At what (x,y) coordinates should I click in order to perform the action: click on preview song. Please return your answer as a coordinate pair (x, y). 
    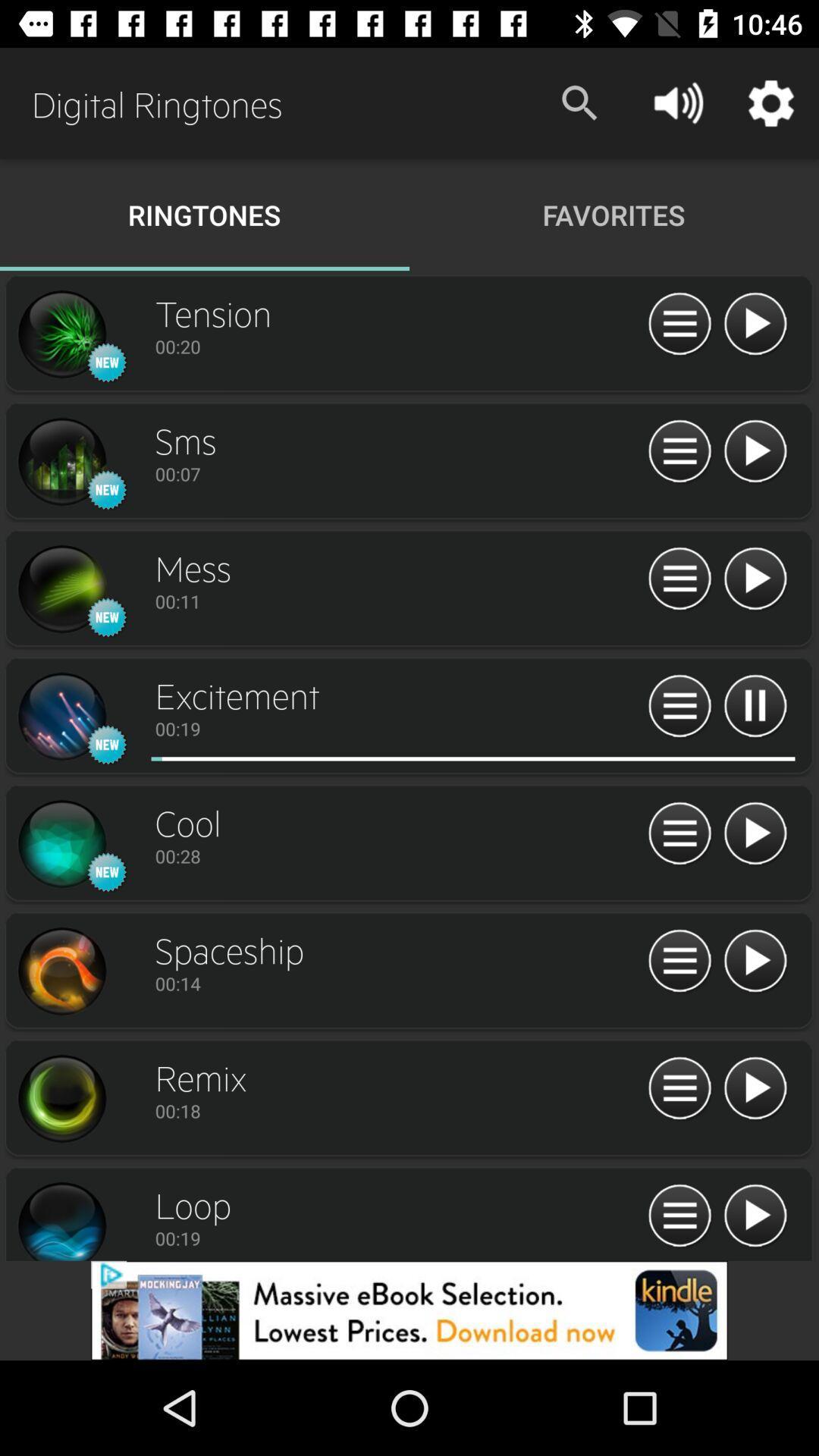
    Looking at the image, I should click on (61, 716).